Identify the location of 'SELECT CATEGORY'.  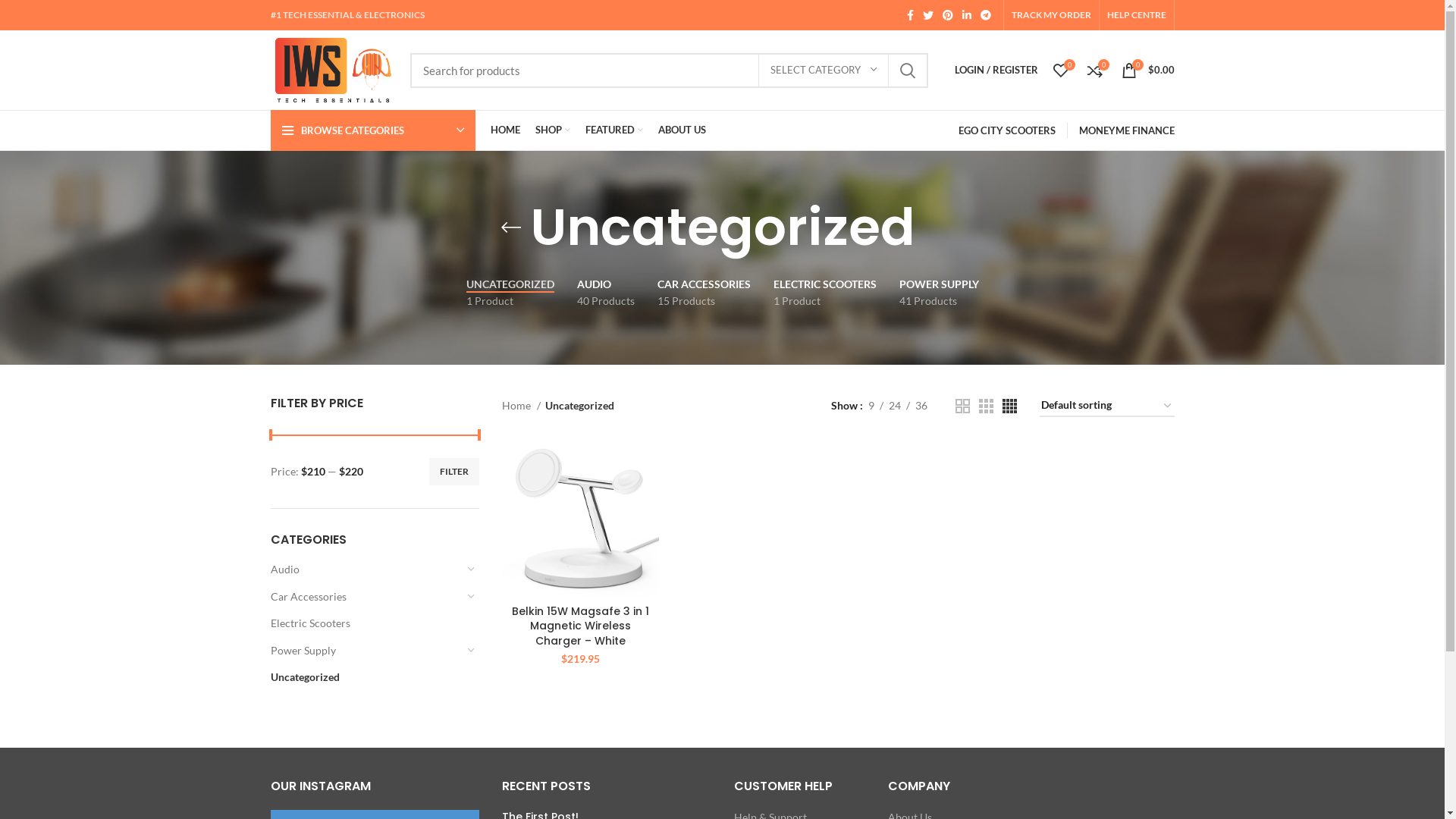
(758, 70).